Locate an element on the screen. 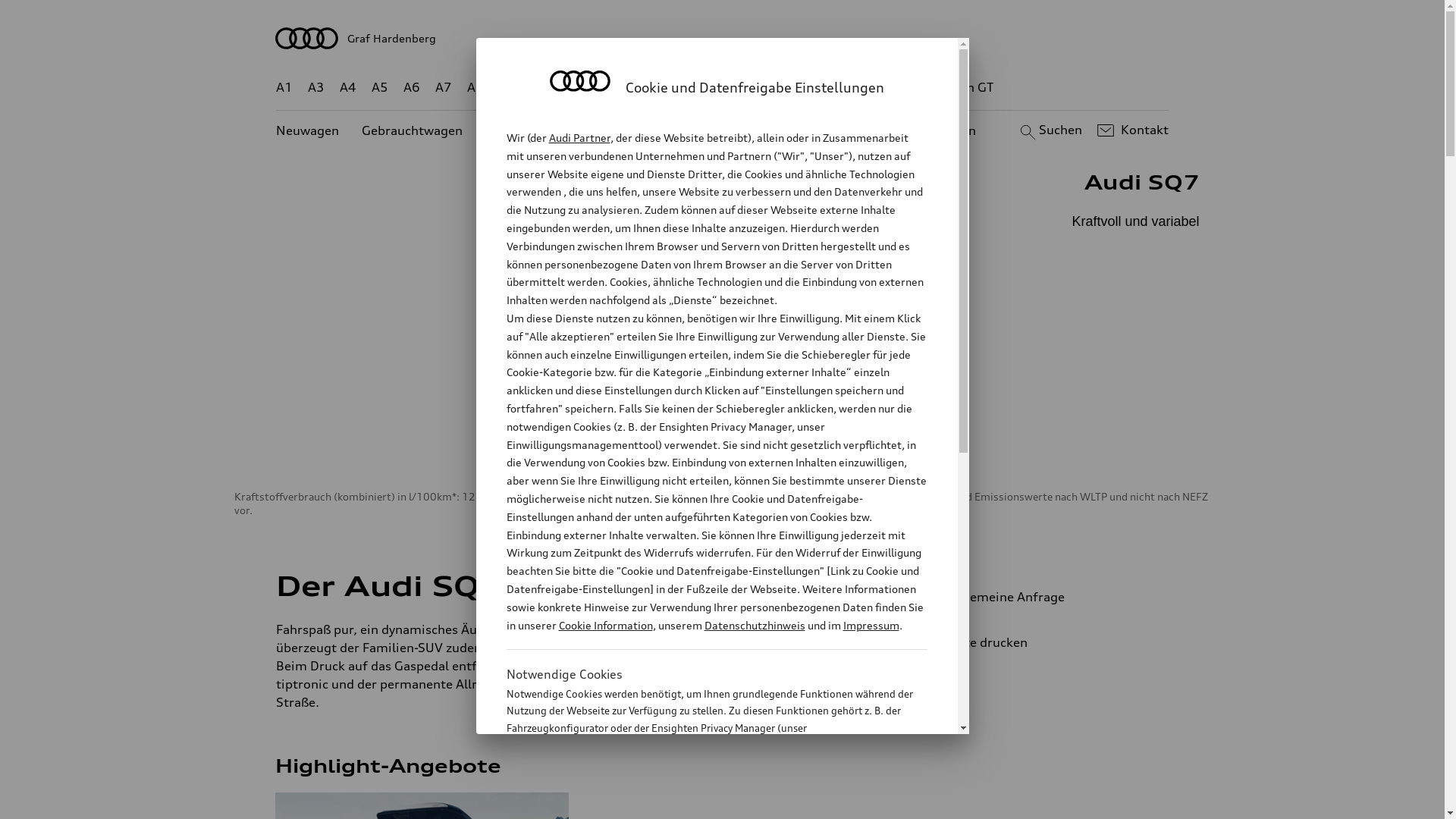 The height and width of the screenshot is (819, 1456). 'RS' is located at coordinates (861, 87).